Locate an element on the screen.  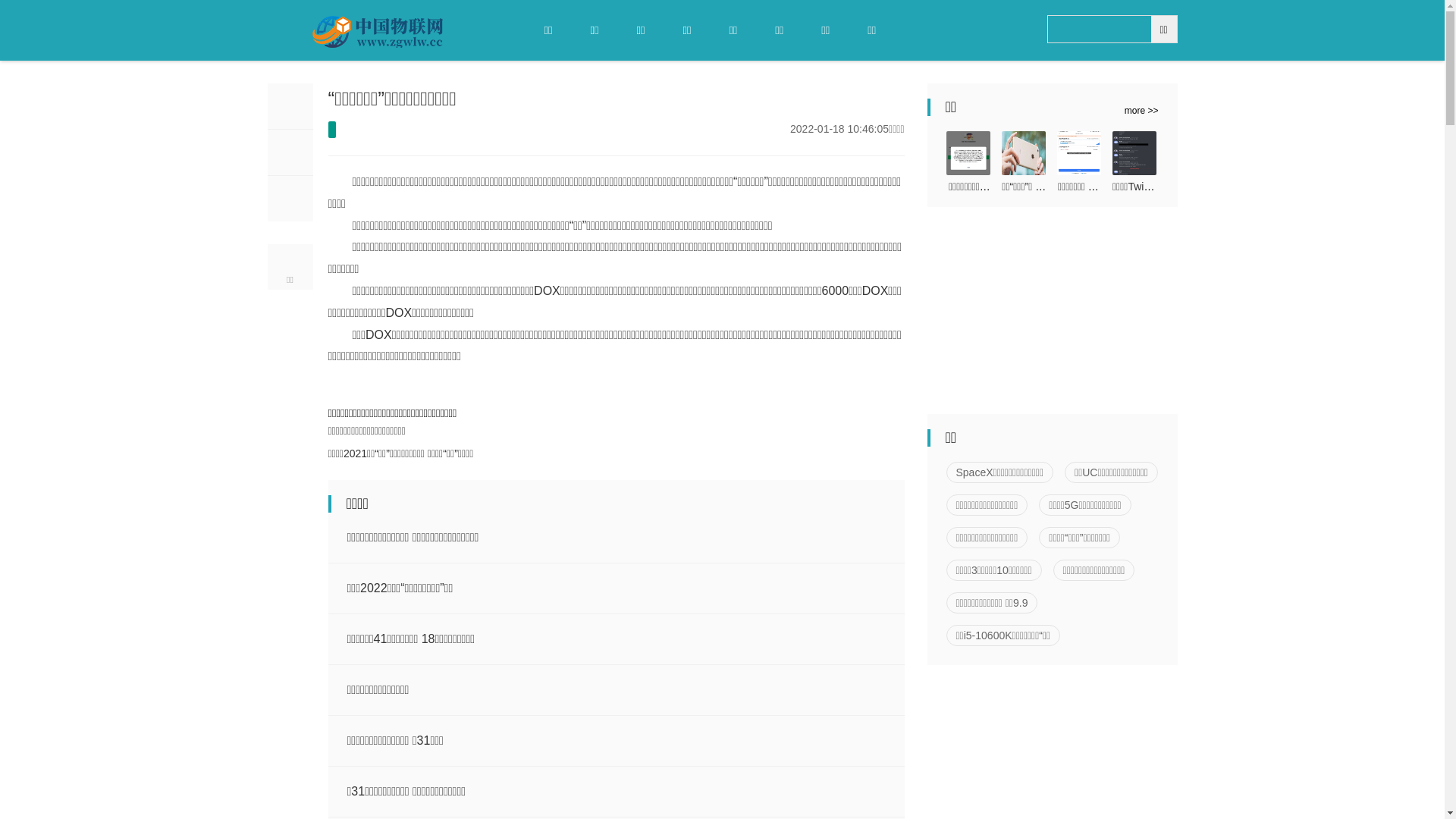
'more >>' is located at coordinates (1150, 106).